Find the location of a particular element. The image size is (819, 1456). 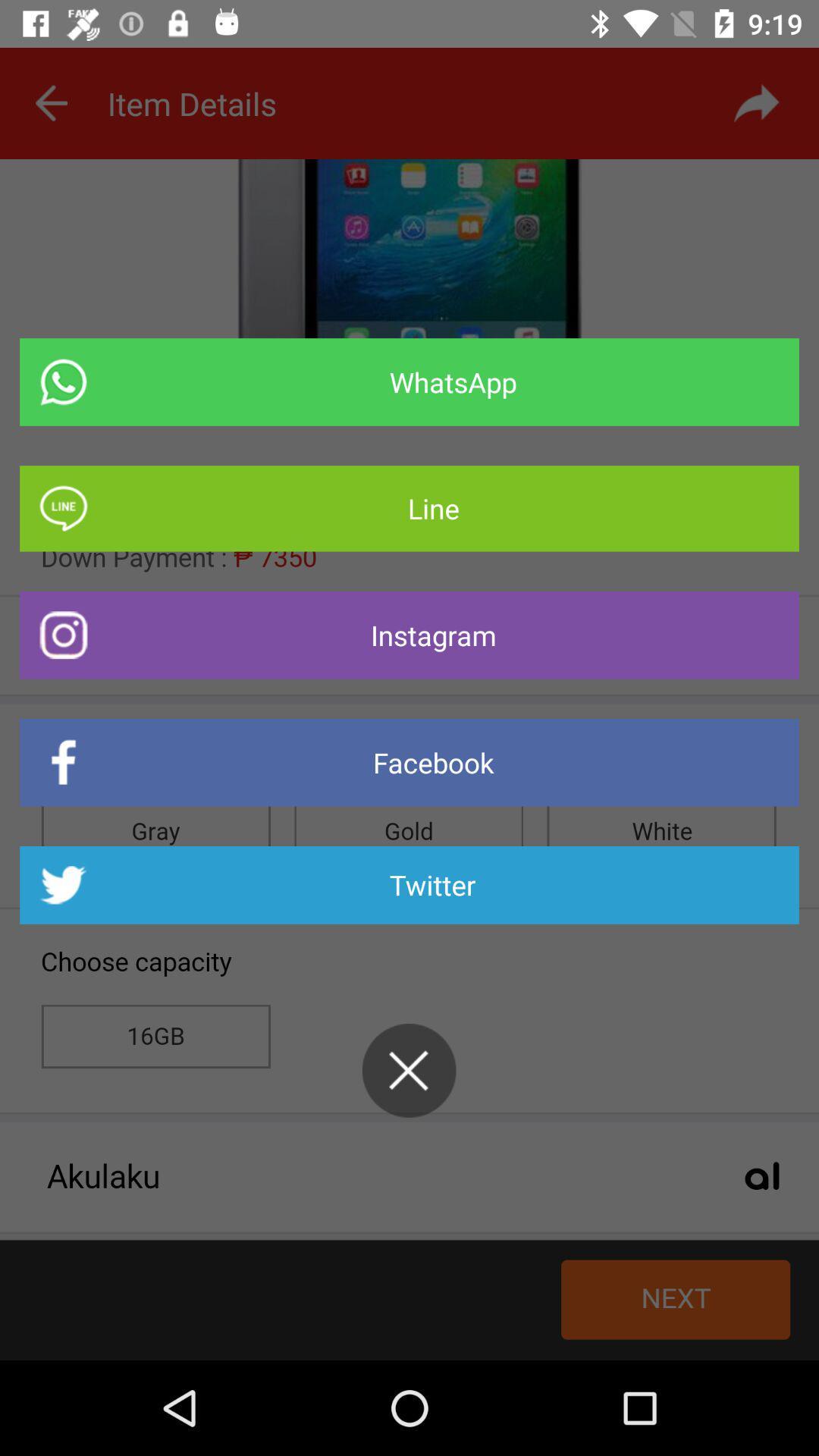

the item below instagram item is located at coordinates (409, 762).